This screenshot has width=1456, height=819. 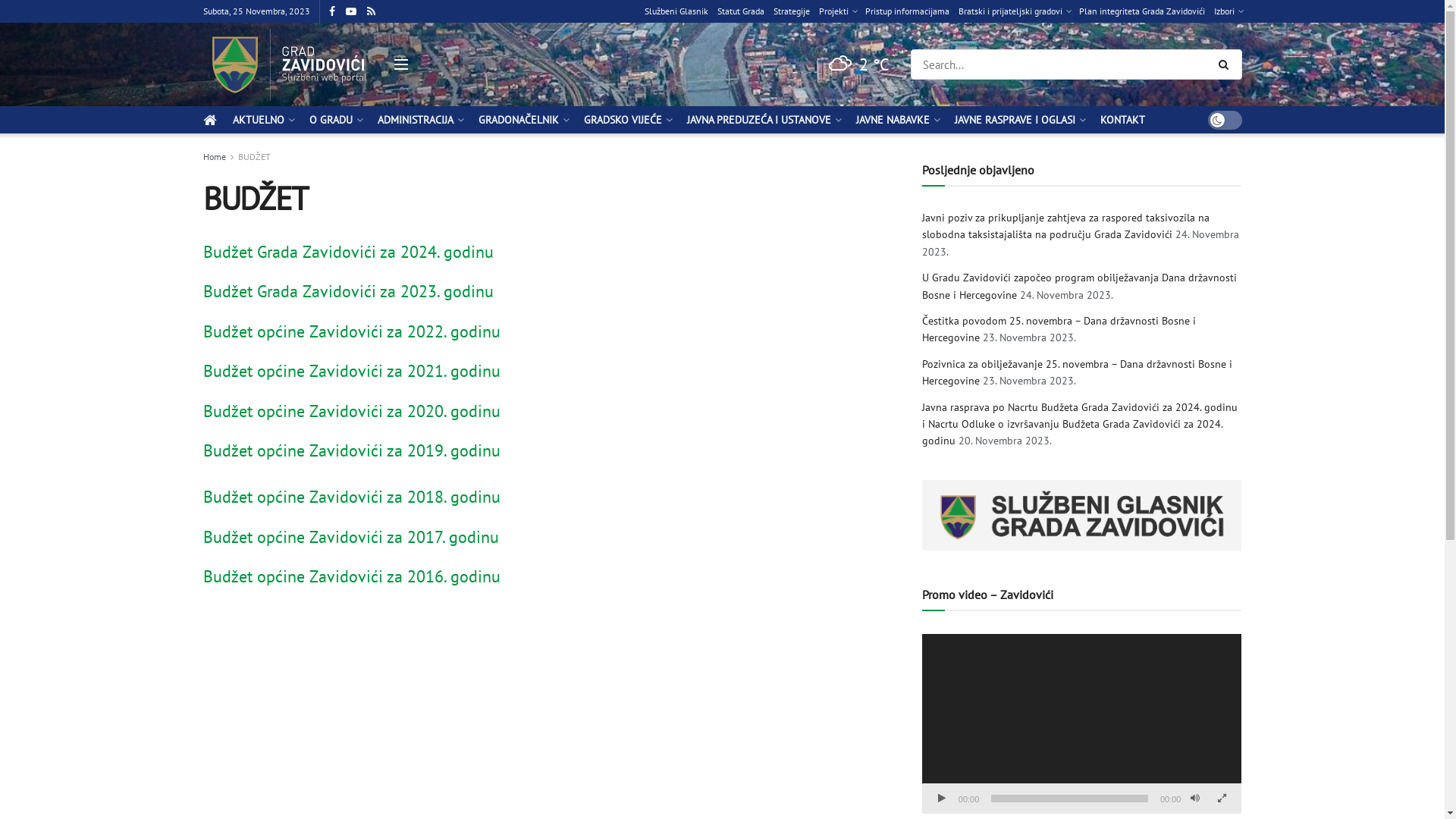 I want to click on 'Izbori', so click(x=1227, y=11).